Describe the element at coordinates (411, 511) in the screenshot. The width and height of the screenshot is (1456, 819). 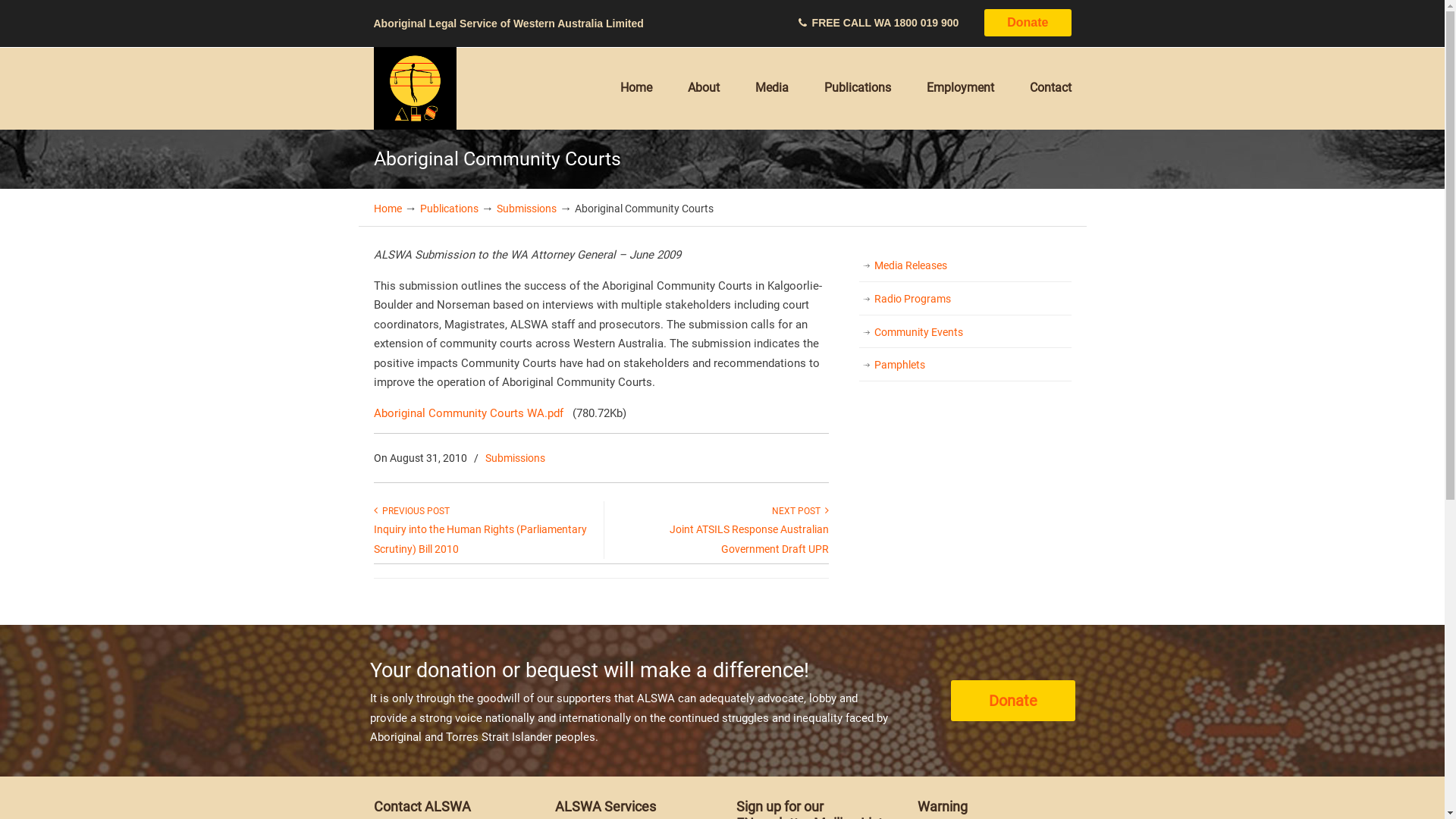
I see `' PREVIOUS POST'` at that location.